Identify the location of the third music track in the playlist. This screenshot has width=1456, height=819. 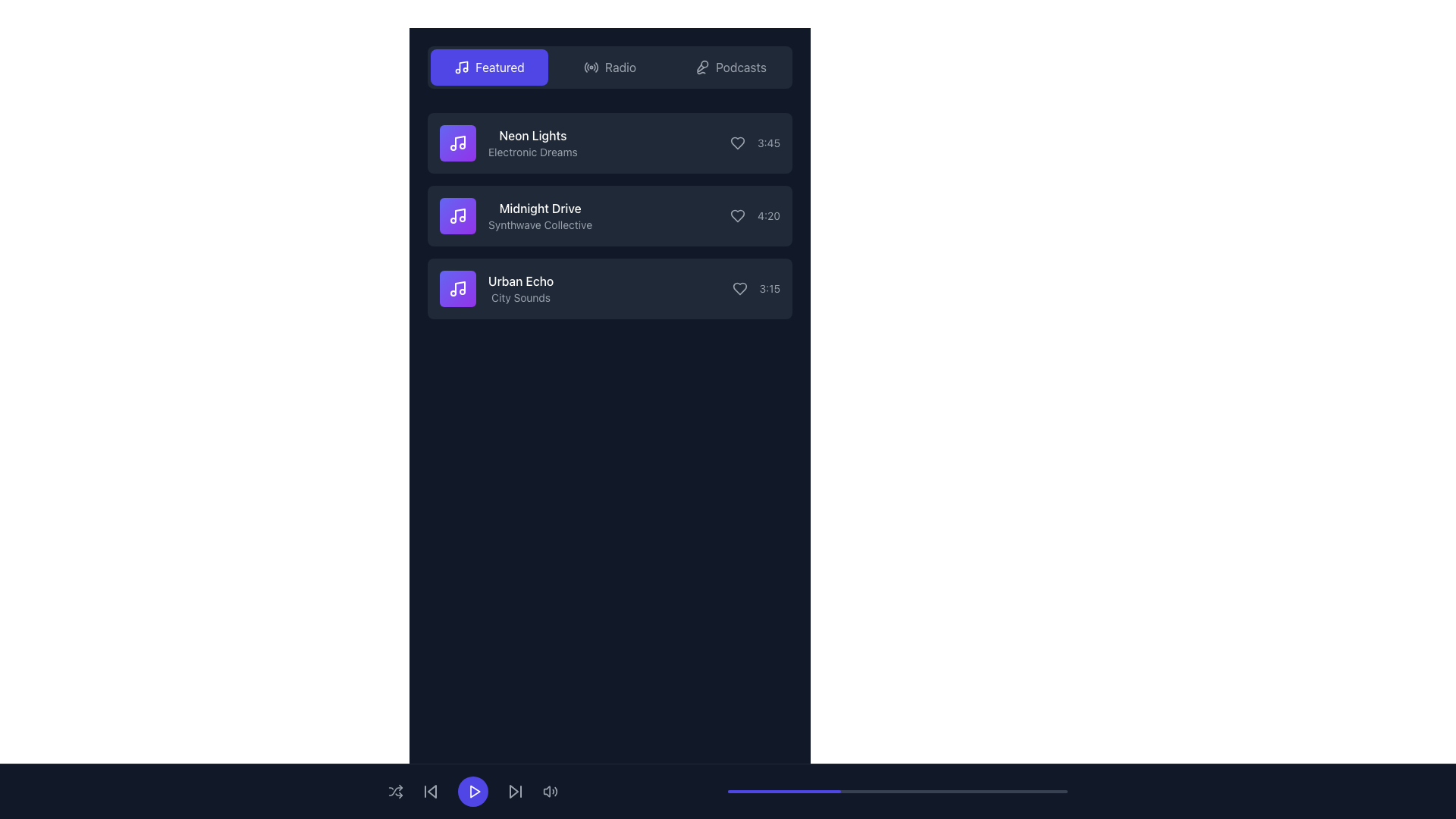
(610, 289).